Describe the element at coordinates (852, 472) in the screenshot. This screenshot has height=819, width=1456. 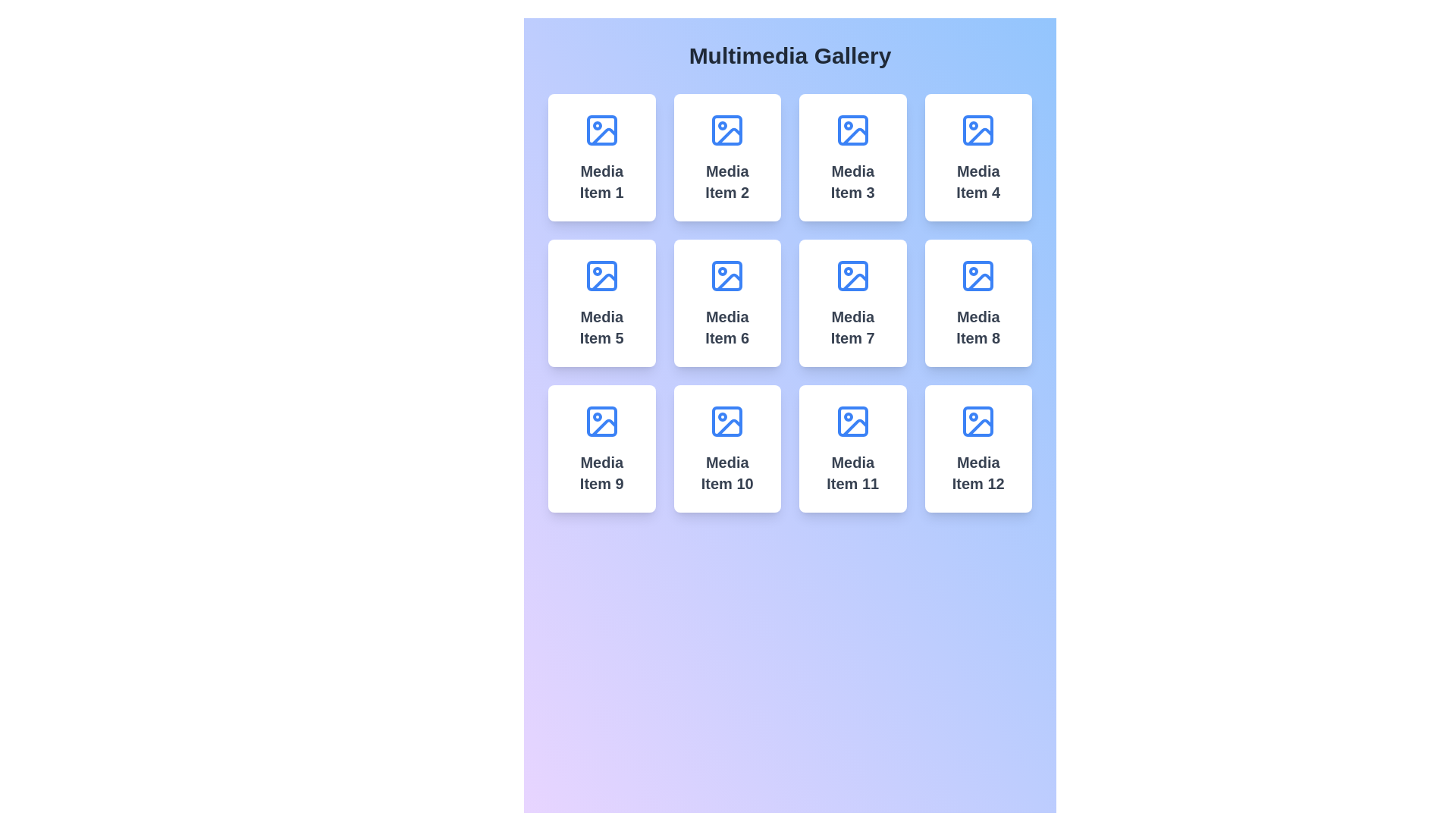
I see `the non-interactive Text Label that identifies the corresponding media item, located in the third row and second column of the grid layout` at that location.